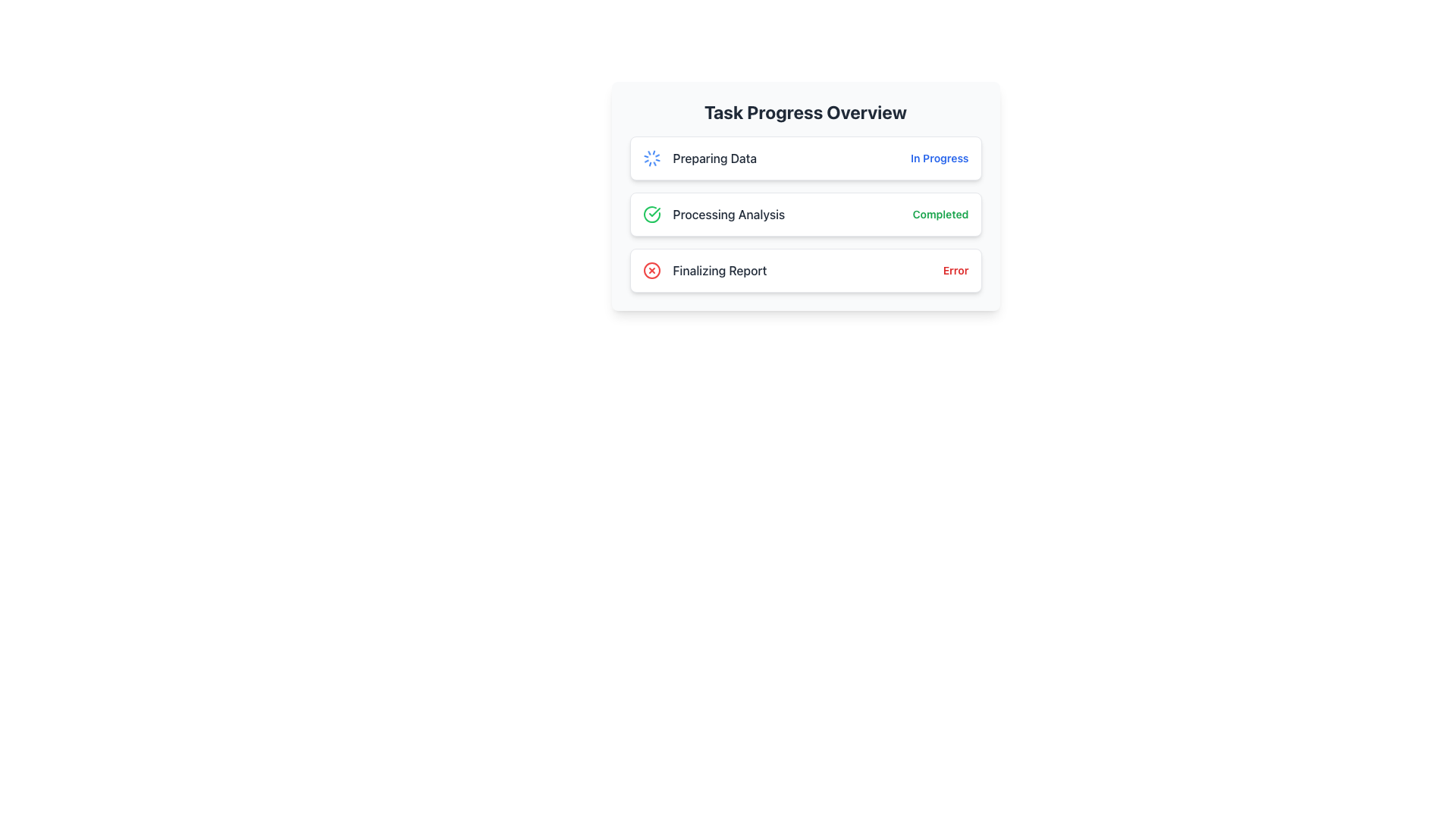 Image resolution: width=1456 pixels, height=819 pixels. What do you see at coordinates (704, 270) in the screenshot?
I see `the 'Finalizing Report' status label with a red error icon, which is the second element in the third row of the 'Task Progress Overview' status list` at bounding box center [704, 270].